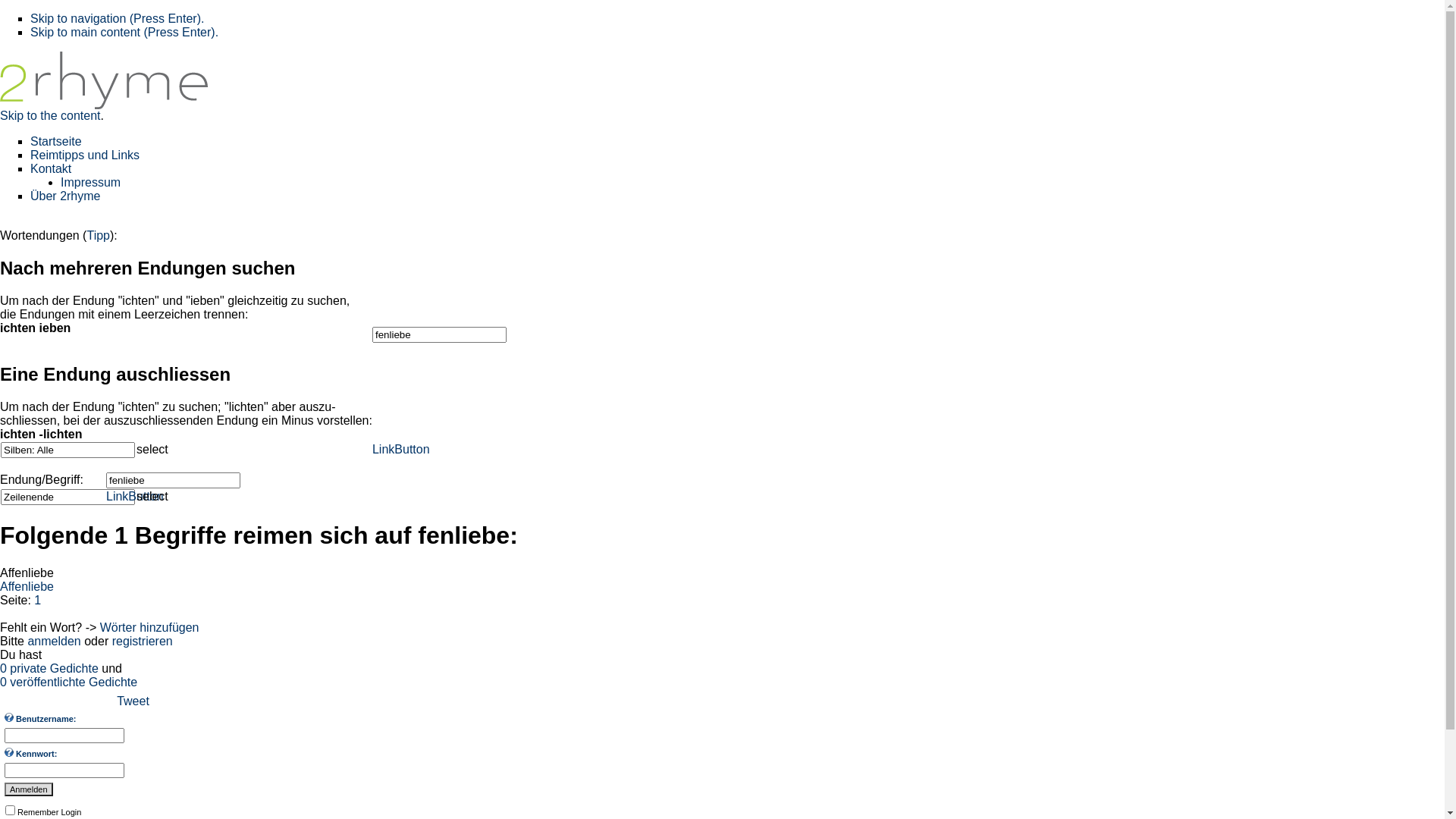 Image resolution: width=1456 pixels, height=819 pixels. Describe the element at coordinates (51, 168) in the screenshot. I see `'Kontakt'` at that location.